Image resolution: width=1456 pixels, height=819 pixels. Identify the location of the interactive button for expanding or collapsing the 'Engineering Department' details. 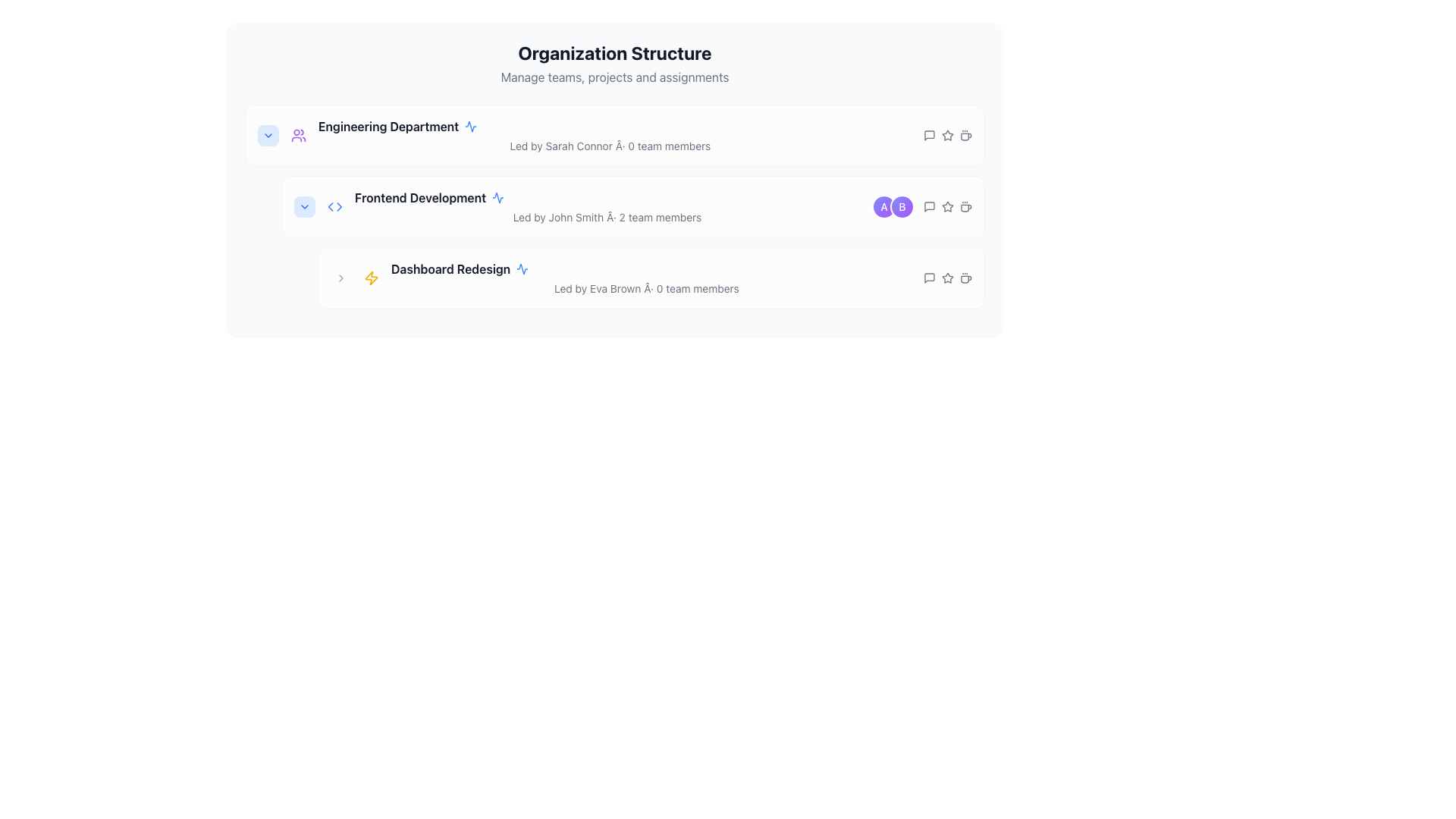
(268, 134).